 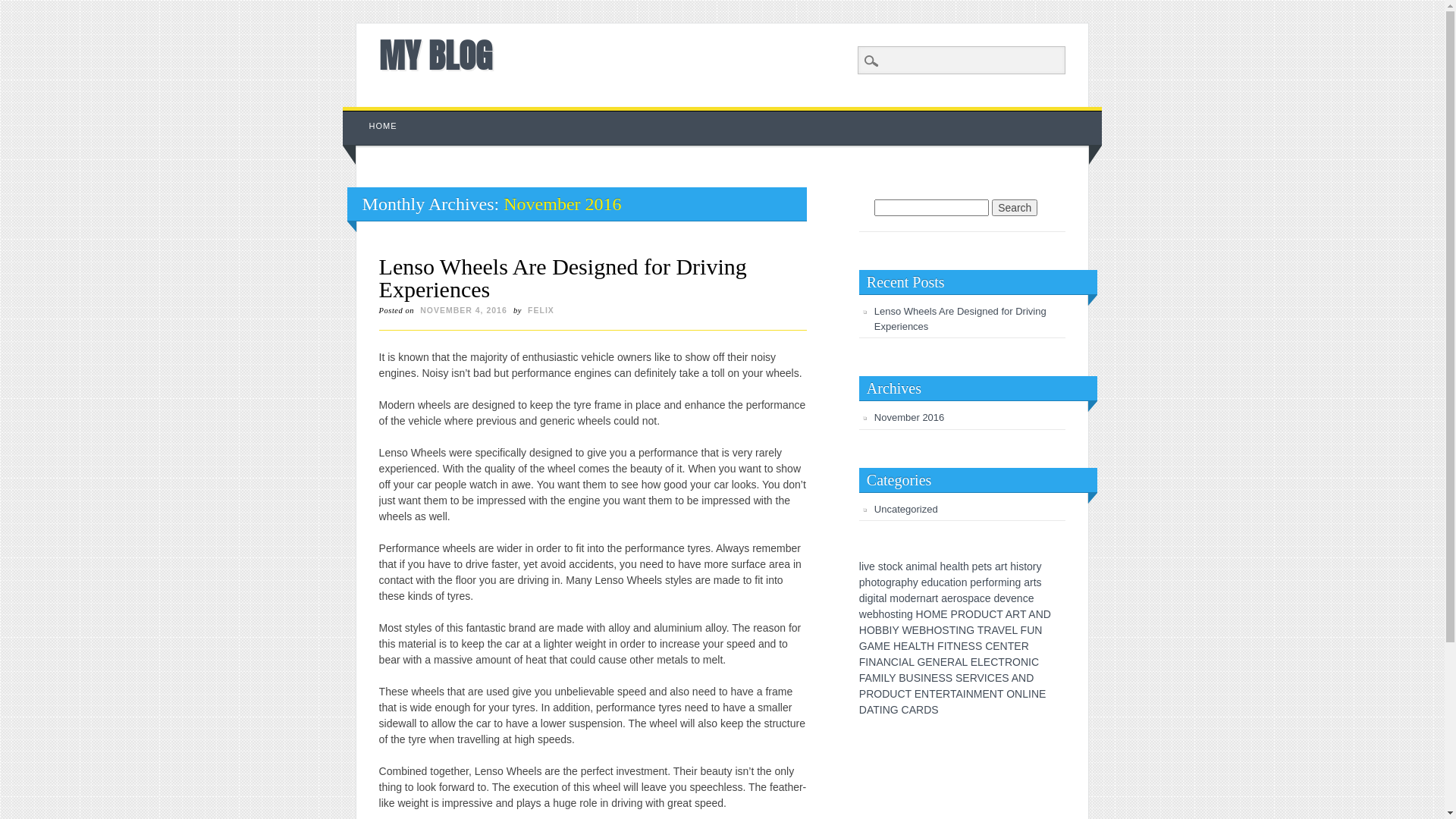 What do you see at coordinates (949, 661) in the screenshot?
I see `'R'` at bounding box center [949, 661].